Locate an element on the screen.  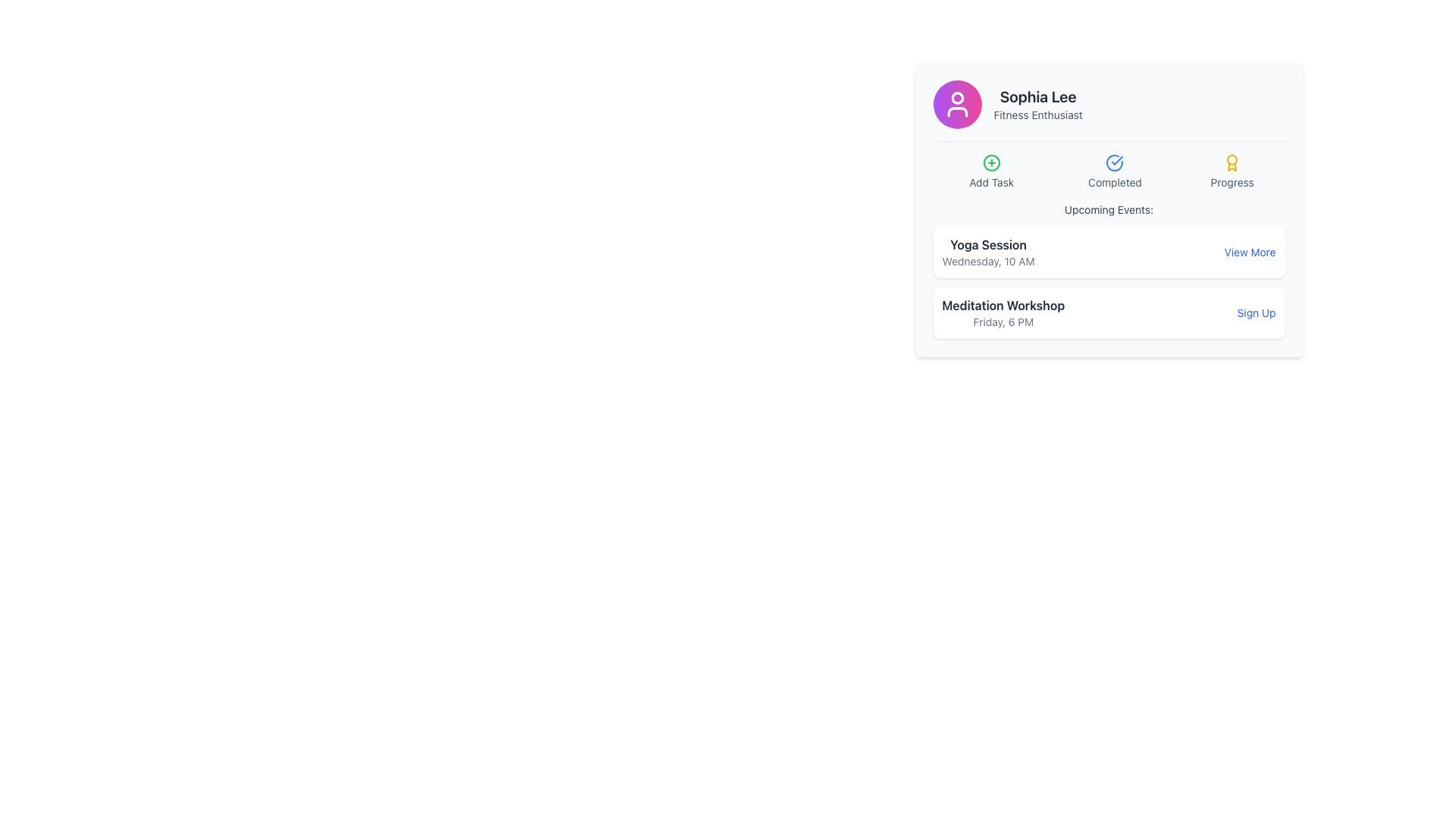
the user avatar located in the top-left corner of the card displaying 'Sophia Lee' and 'Fitness Enthusiast' is located at coordinates (956, 104).